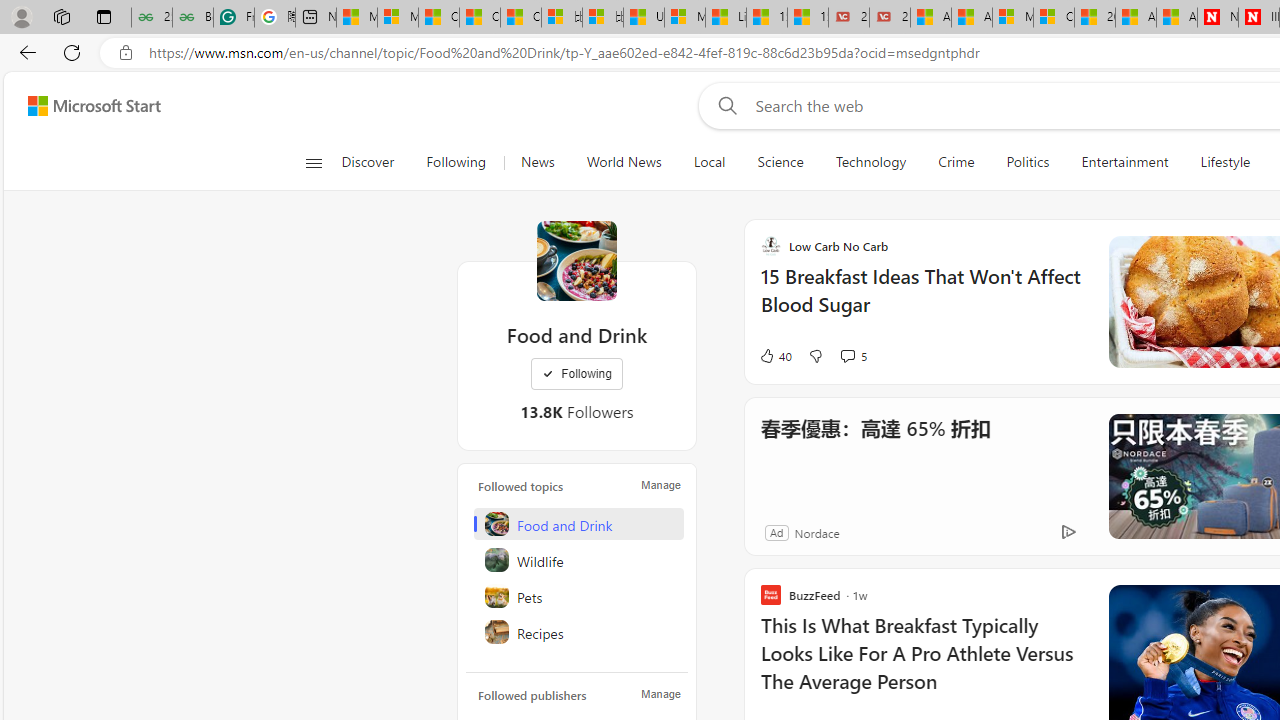  Describe the element at coordinates (889, 17) in the screenshot. I see `'21 Movies That Outdid the Books They Were Based On'` at that location.